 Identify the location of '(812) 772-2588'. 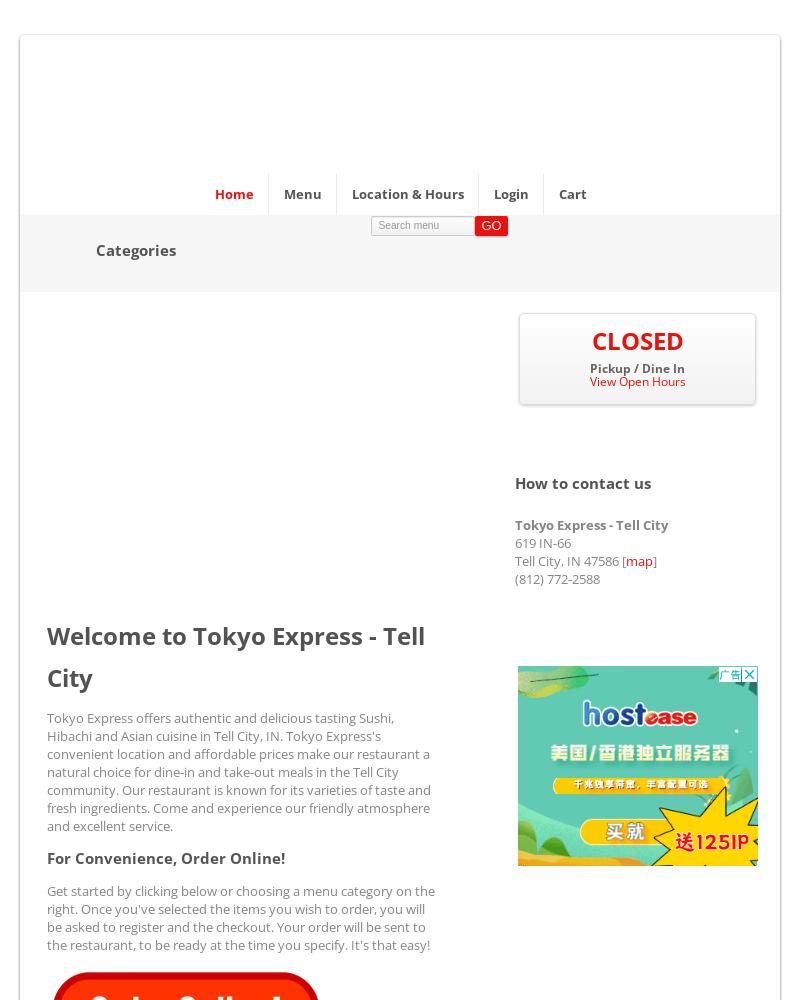
(557, 577).